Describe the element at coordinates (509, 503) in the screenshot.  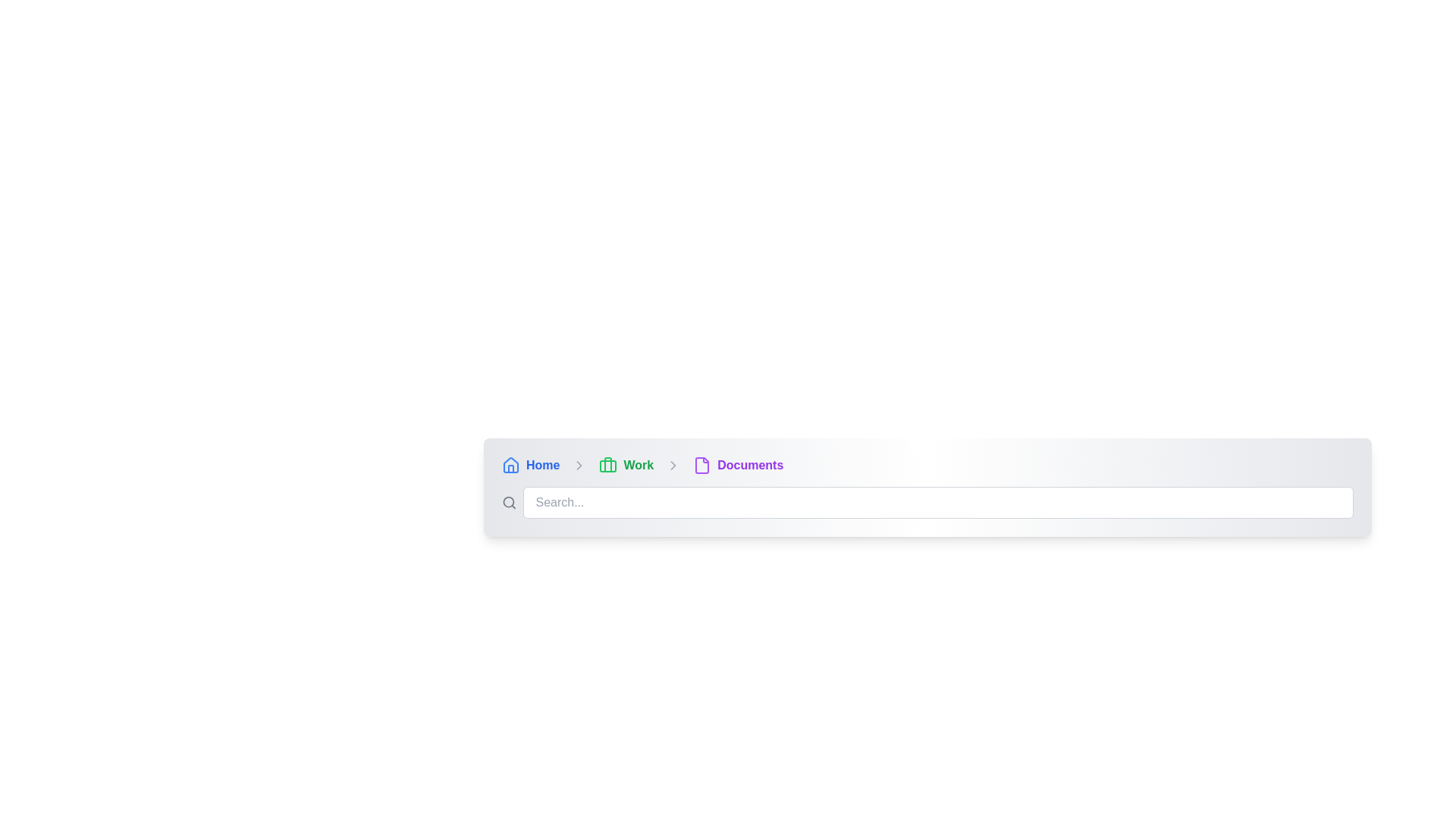
I see `the search icon, which is a gray magnifying glass shape located to the left of the search input field` at that location.